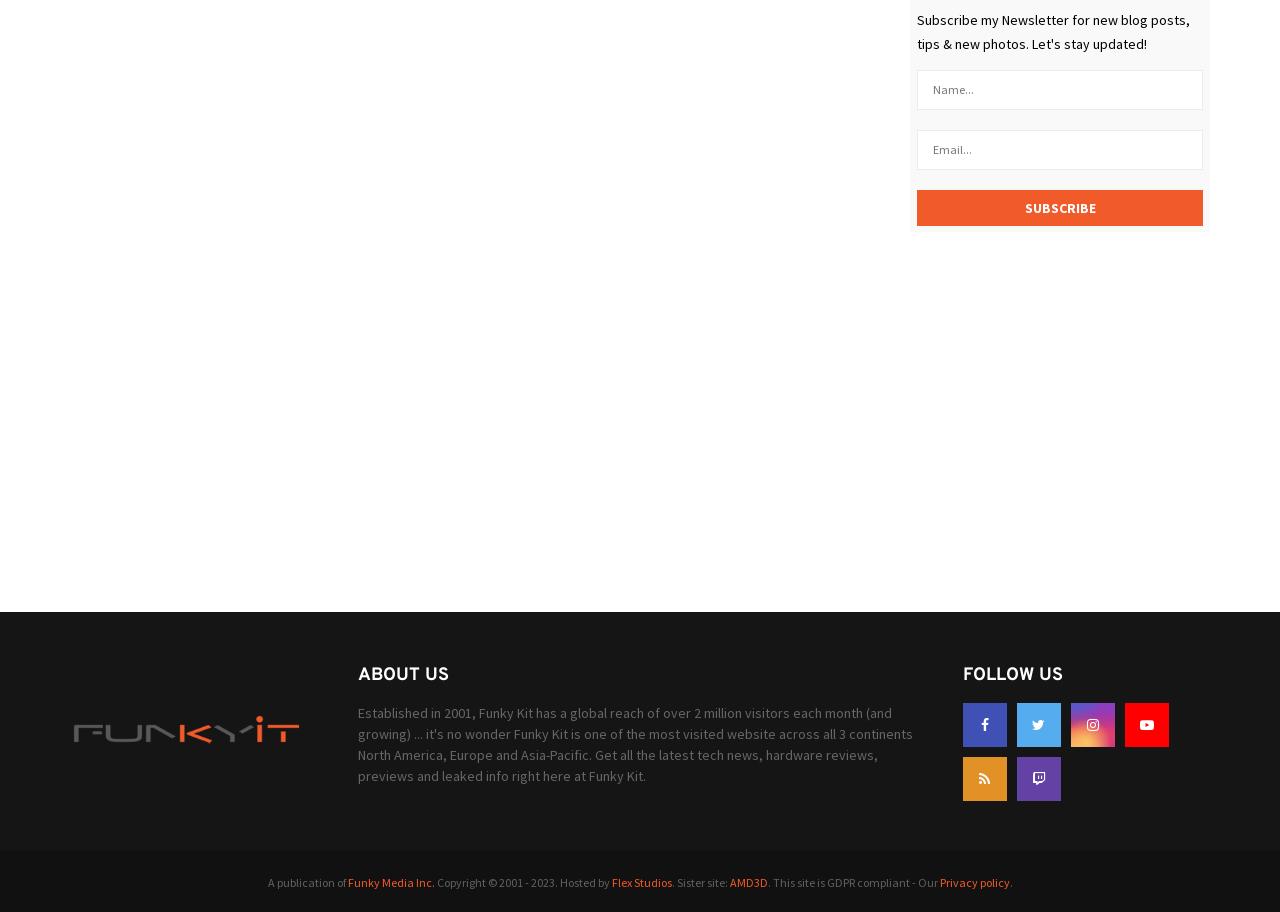 The width and height of the screenshot is (1280, 912). What do you see at coordinates (641, 880) in the screenshot?
I see `'Flex Studios'` at bounding box center [641, 880].